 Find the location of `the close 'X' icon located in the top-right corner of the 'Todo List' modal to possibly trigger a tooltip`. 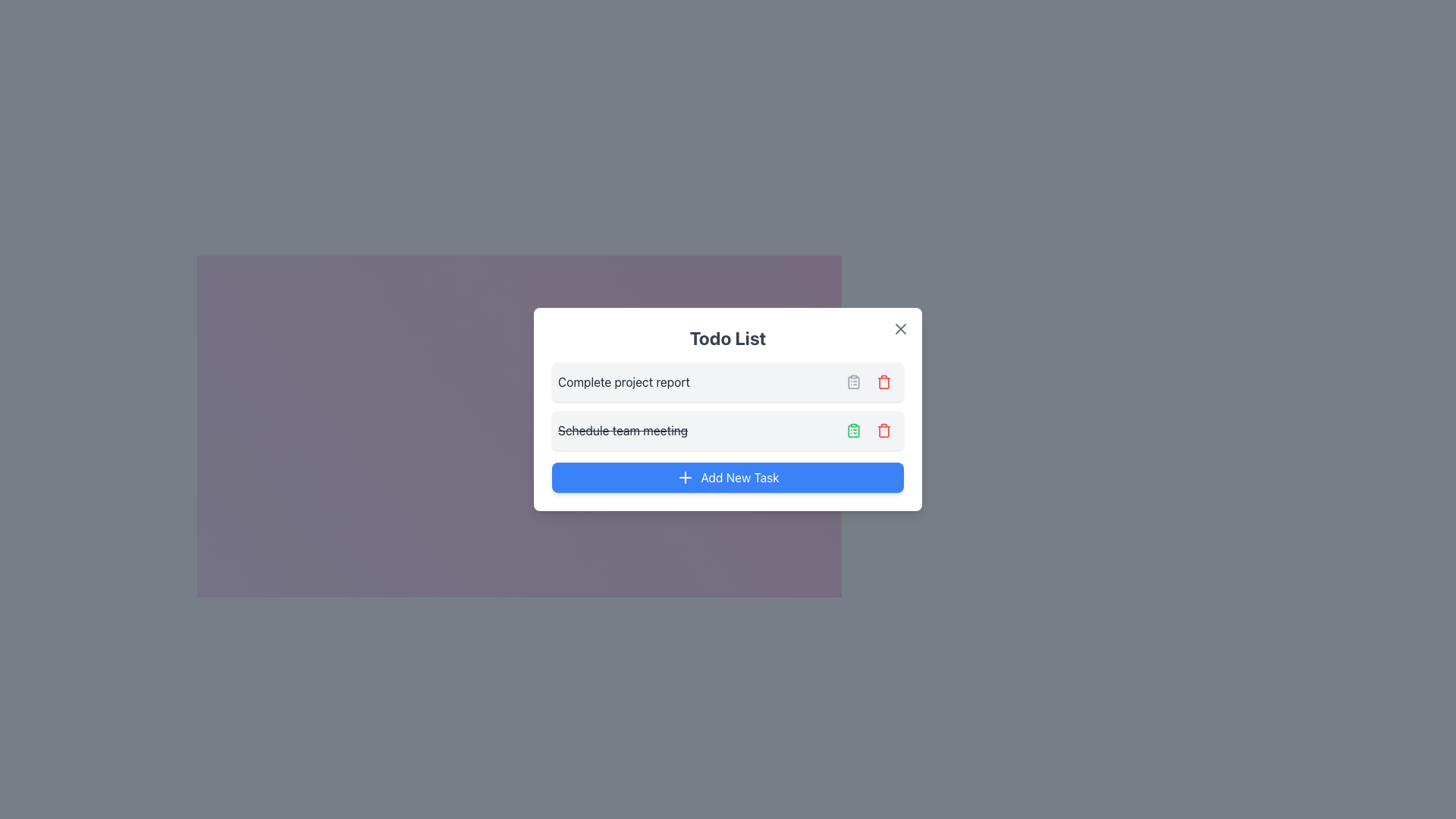

the close 'X' icon located in the top-right corner of the 'Todo List' modal to possibly trigger a tooltip is located at coordinates (901, 328).